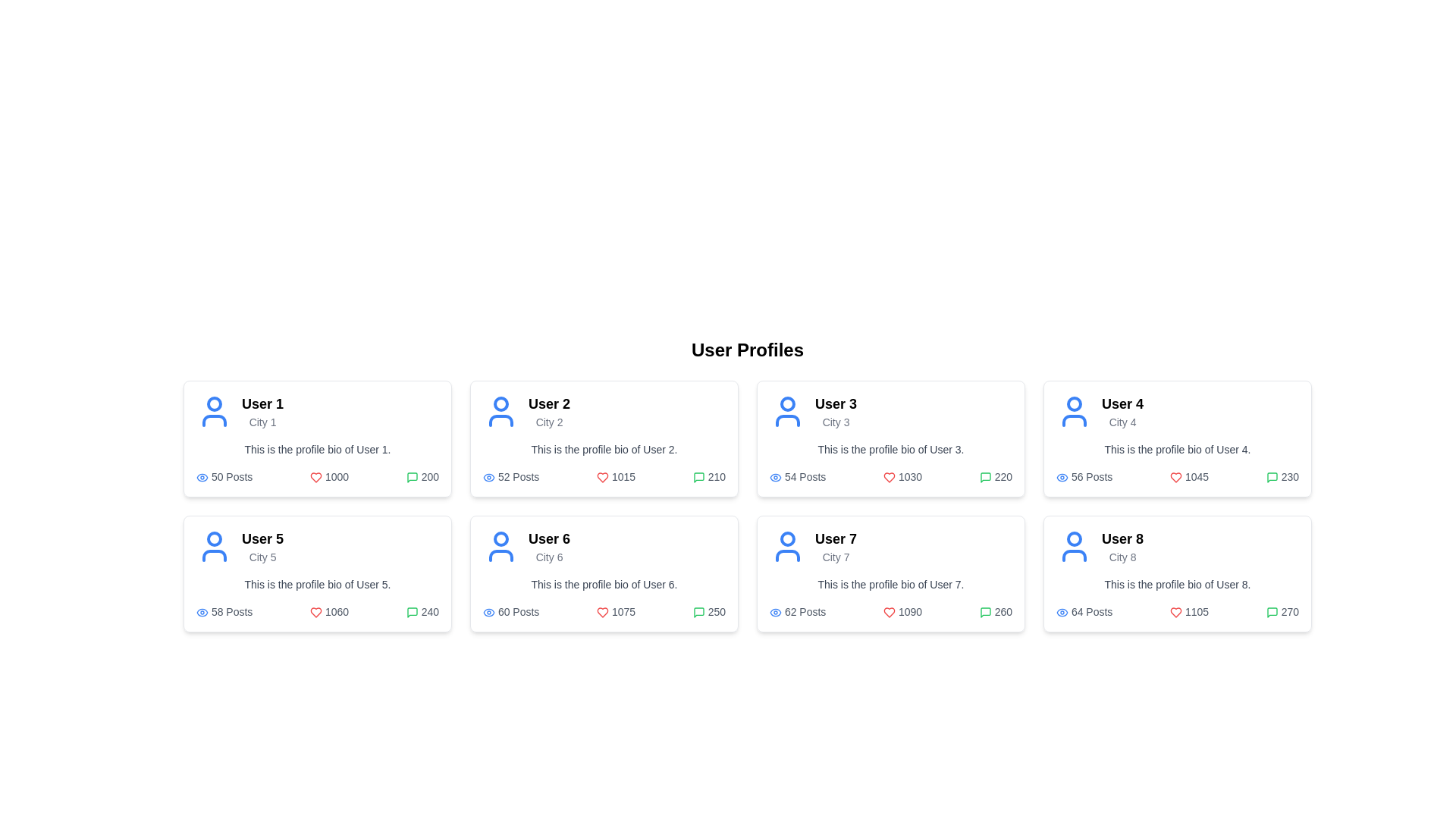 Image resolution: width=1456 pixels, height=819 pixels. Describe the element at coordinates (1122, 422) in the screenshot. I see `the label displaying 'City 4' located under 'User 4' in the top-right profile card` at that location.